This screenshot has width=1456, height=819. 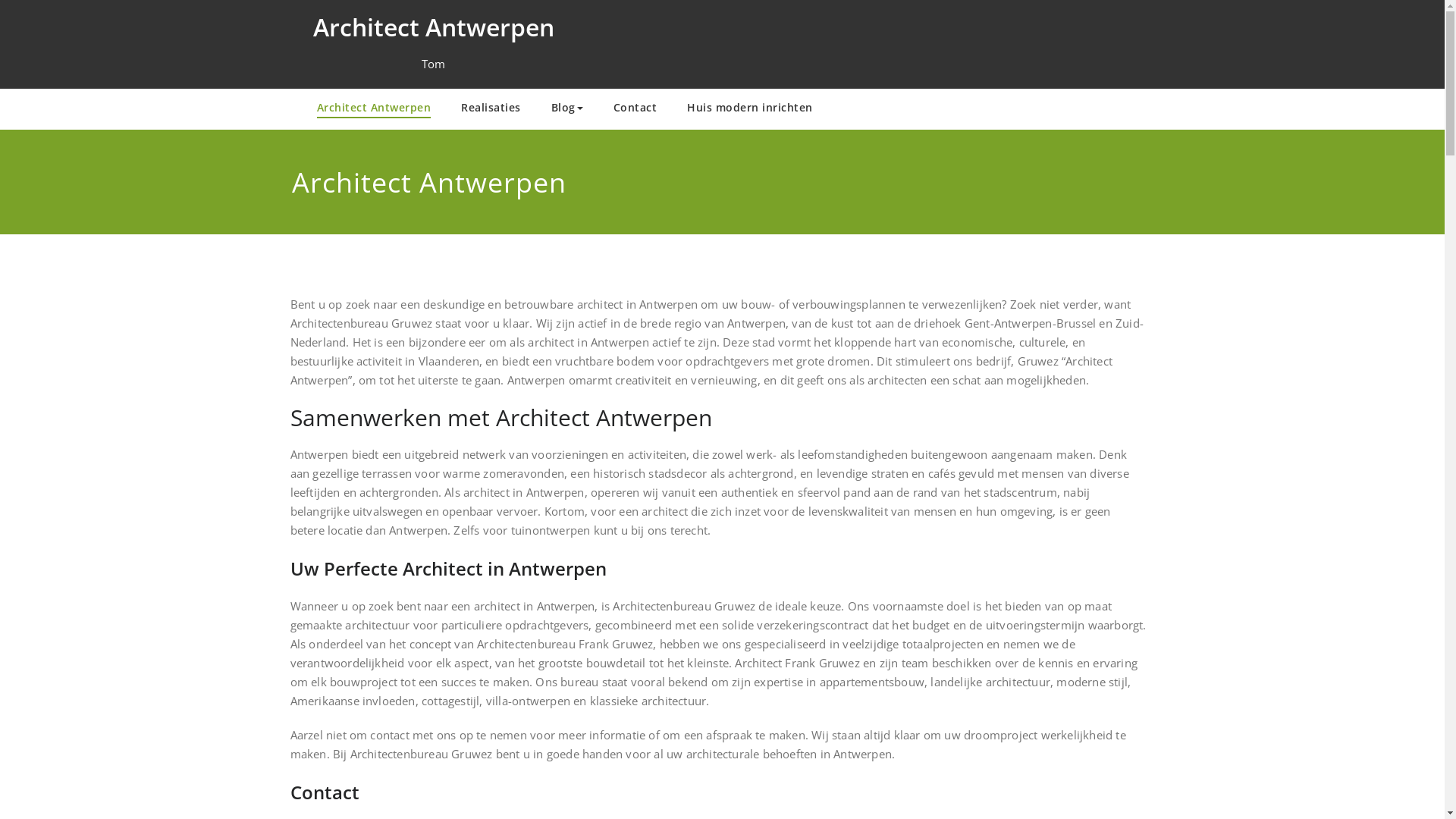 I want to click on 'Architect Antwerpen', so click(x=432, y=27).